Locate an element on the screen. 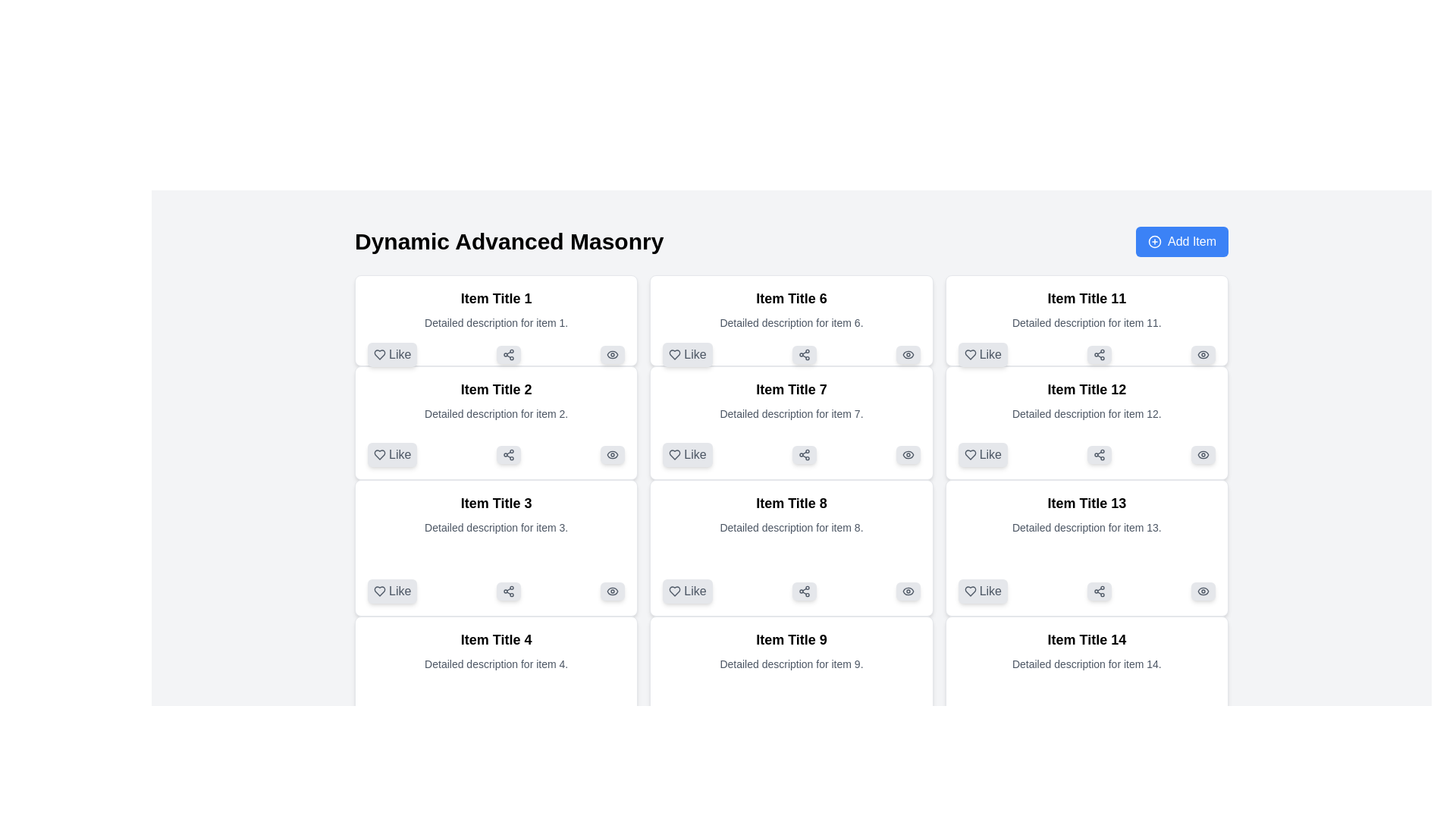  the static text title located at the upper section of the card in the third column and fourth row, which provides a label for the associated content is located at coordinates (1086, 298).